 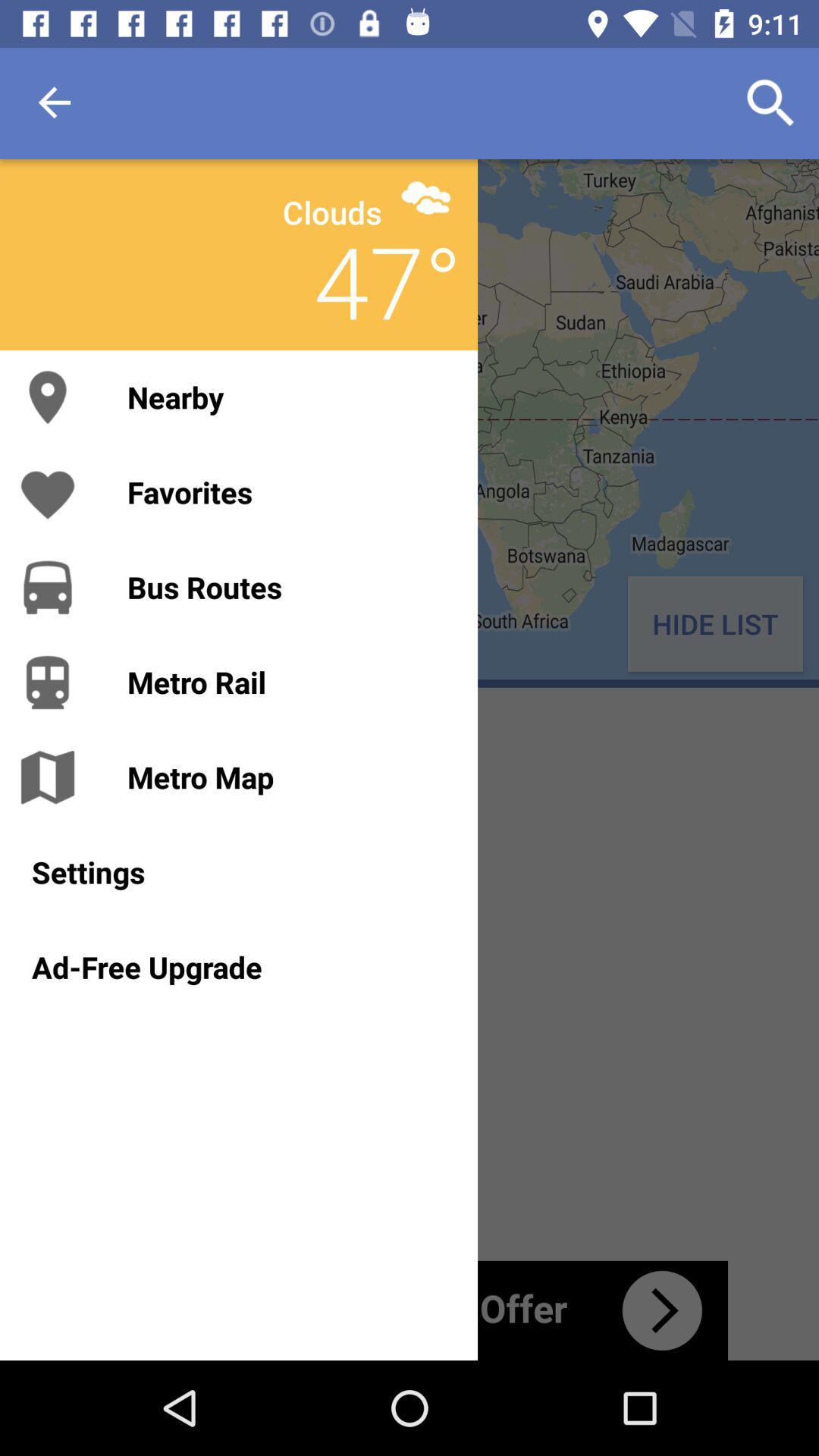 I want to click on item to the right of clouds icon, so click(x=425, y=196).